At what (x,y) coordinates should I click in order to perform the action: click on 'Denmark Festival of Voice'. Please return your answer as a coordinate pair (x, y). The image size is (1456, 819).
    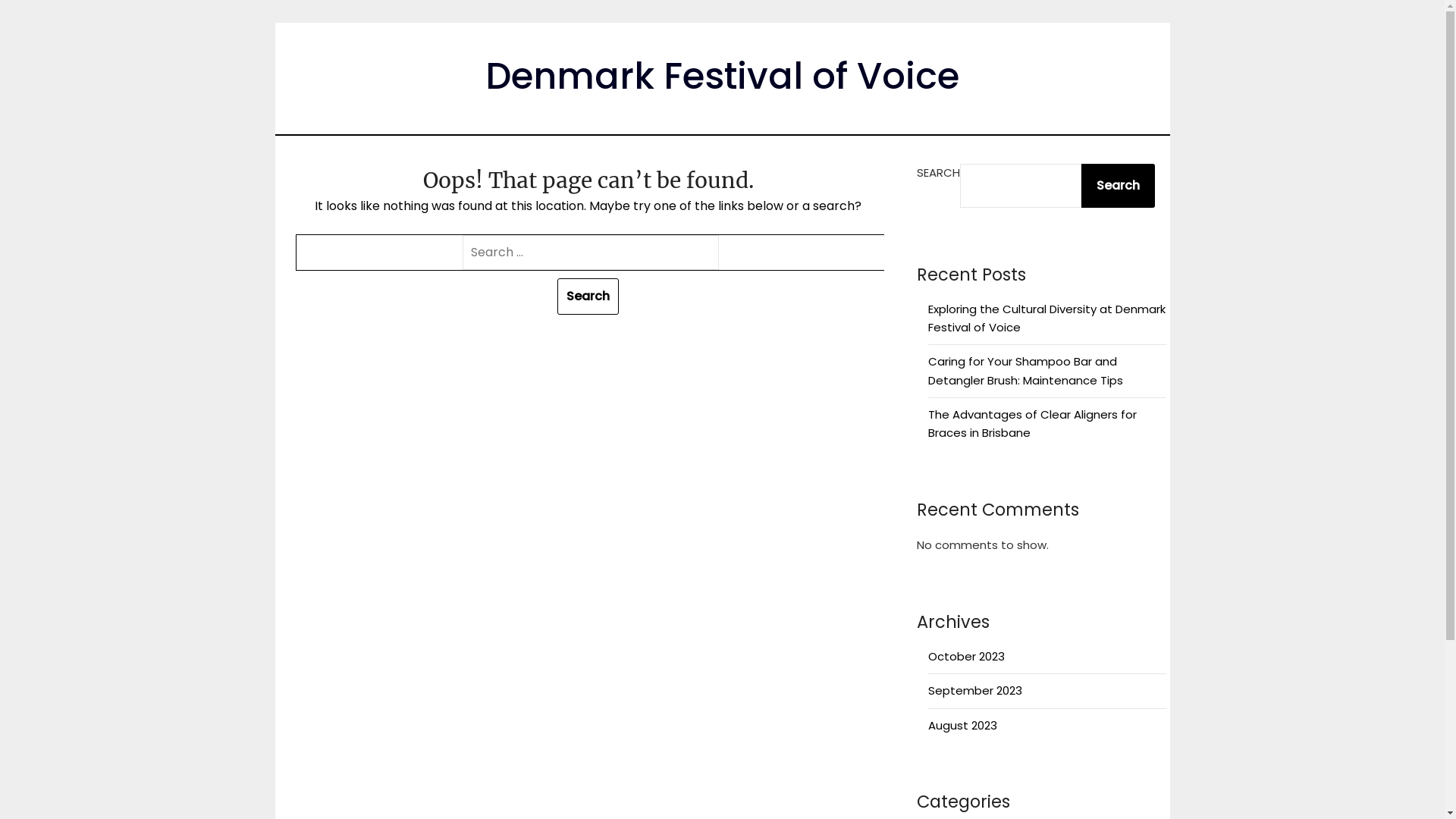
    Looking at the image, I should click on (721, 76).